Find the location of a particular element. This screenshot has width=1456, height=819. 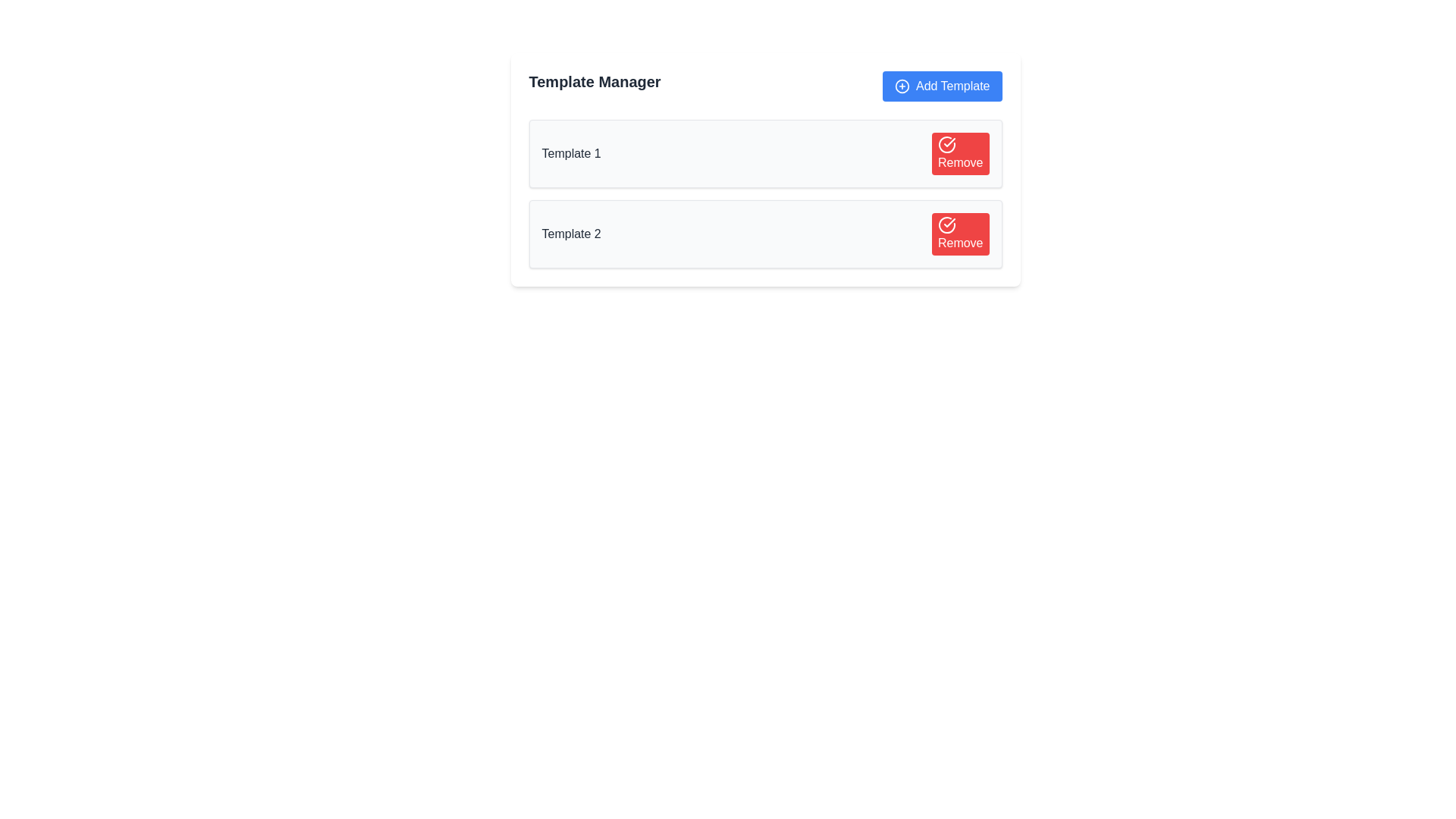

the confirmation icon located to the left of the prominent red 'Remove' button is located at coordinates (946, 145).